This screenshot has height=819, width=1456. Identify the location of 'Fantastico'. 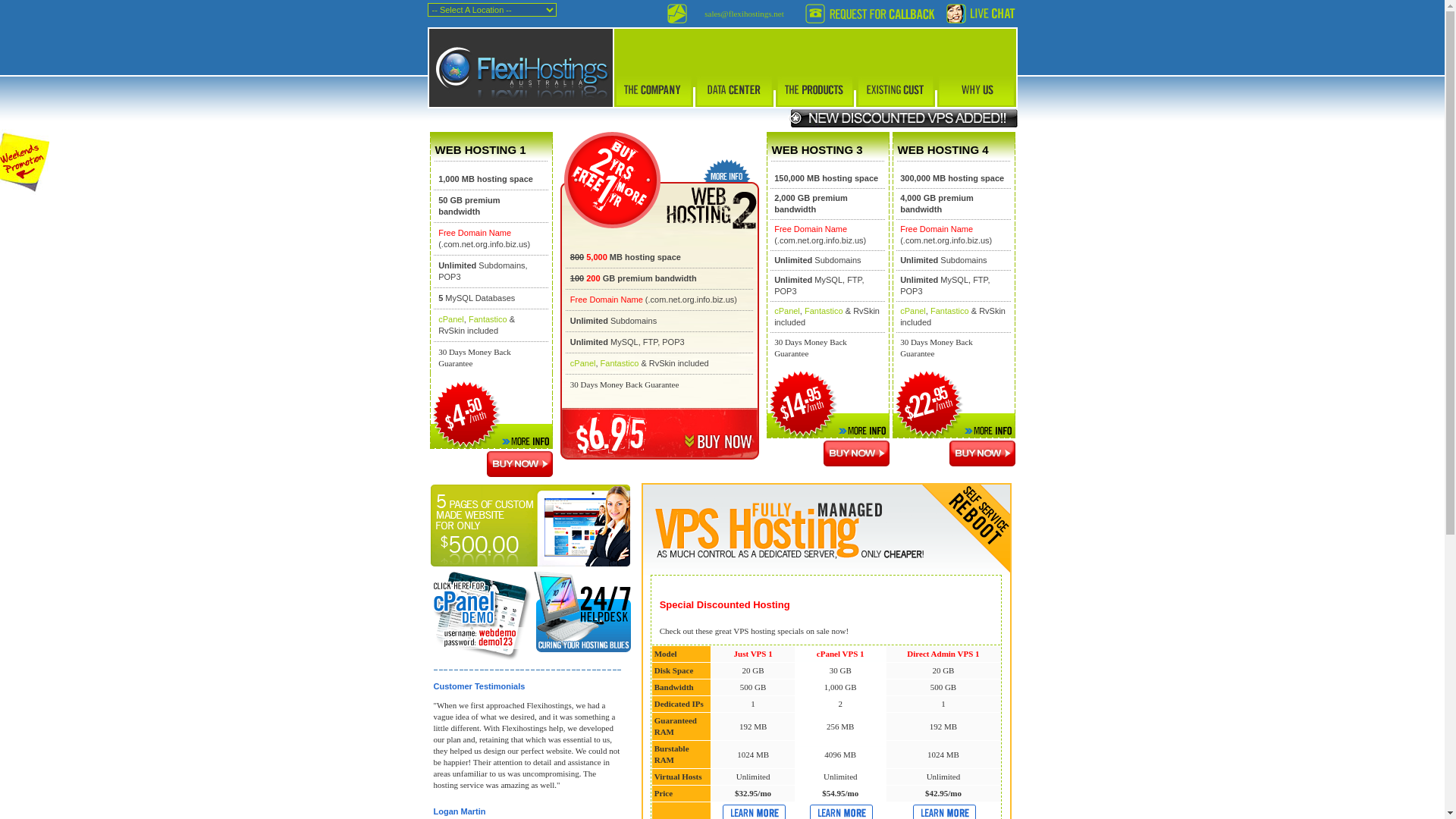
(620, 362).